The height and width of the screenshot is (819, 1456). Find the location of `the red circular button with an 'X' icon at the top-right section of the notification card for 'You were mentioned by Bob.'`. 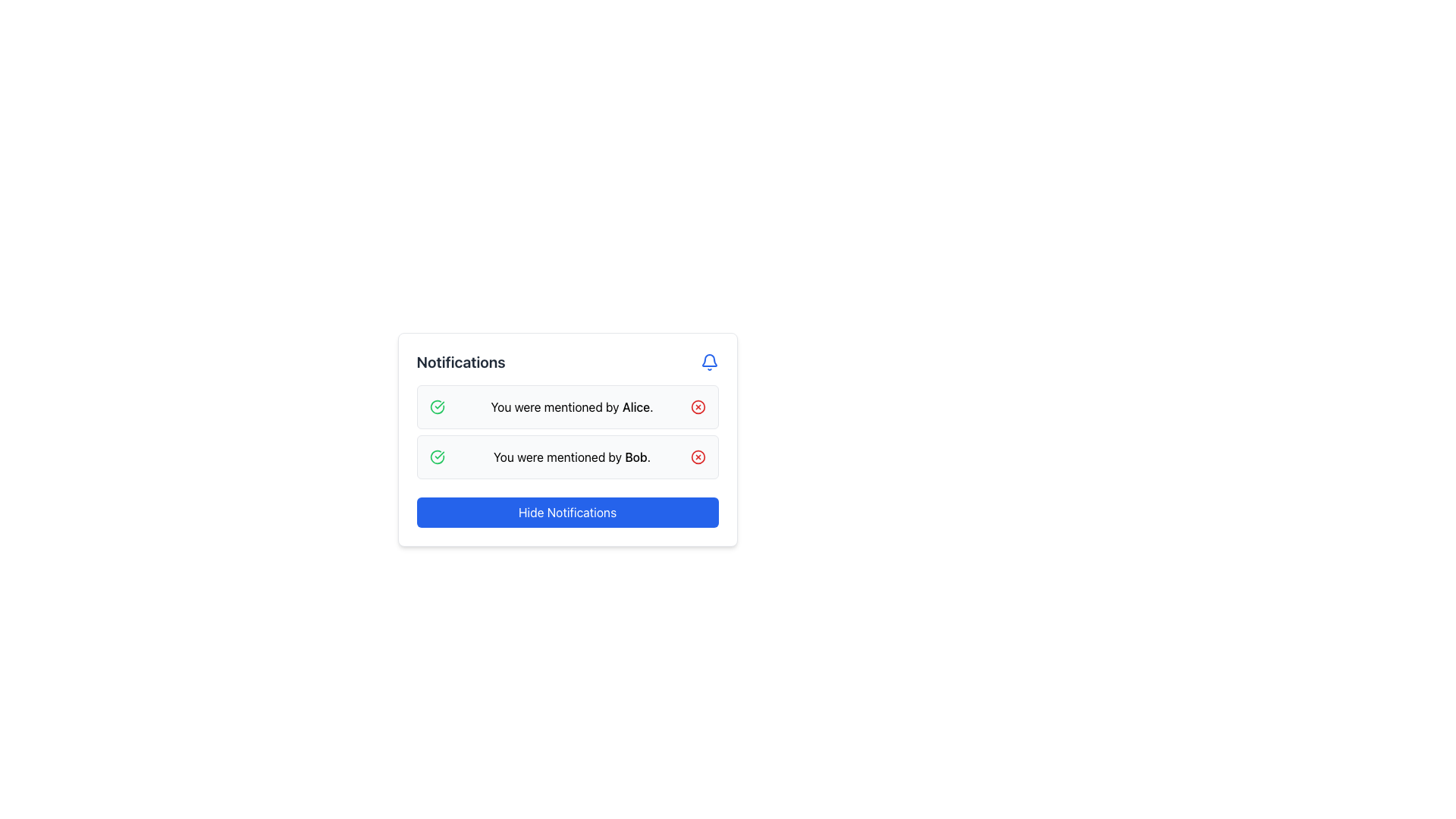

the red circular button with an 'X' icon at the top-right section of the notification card for 'You were mentioned by Bob.' is located at coordinates (697, 456).